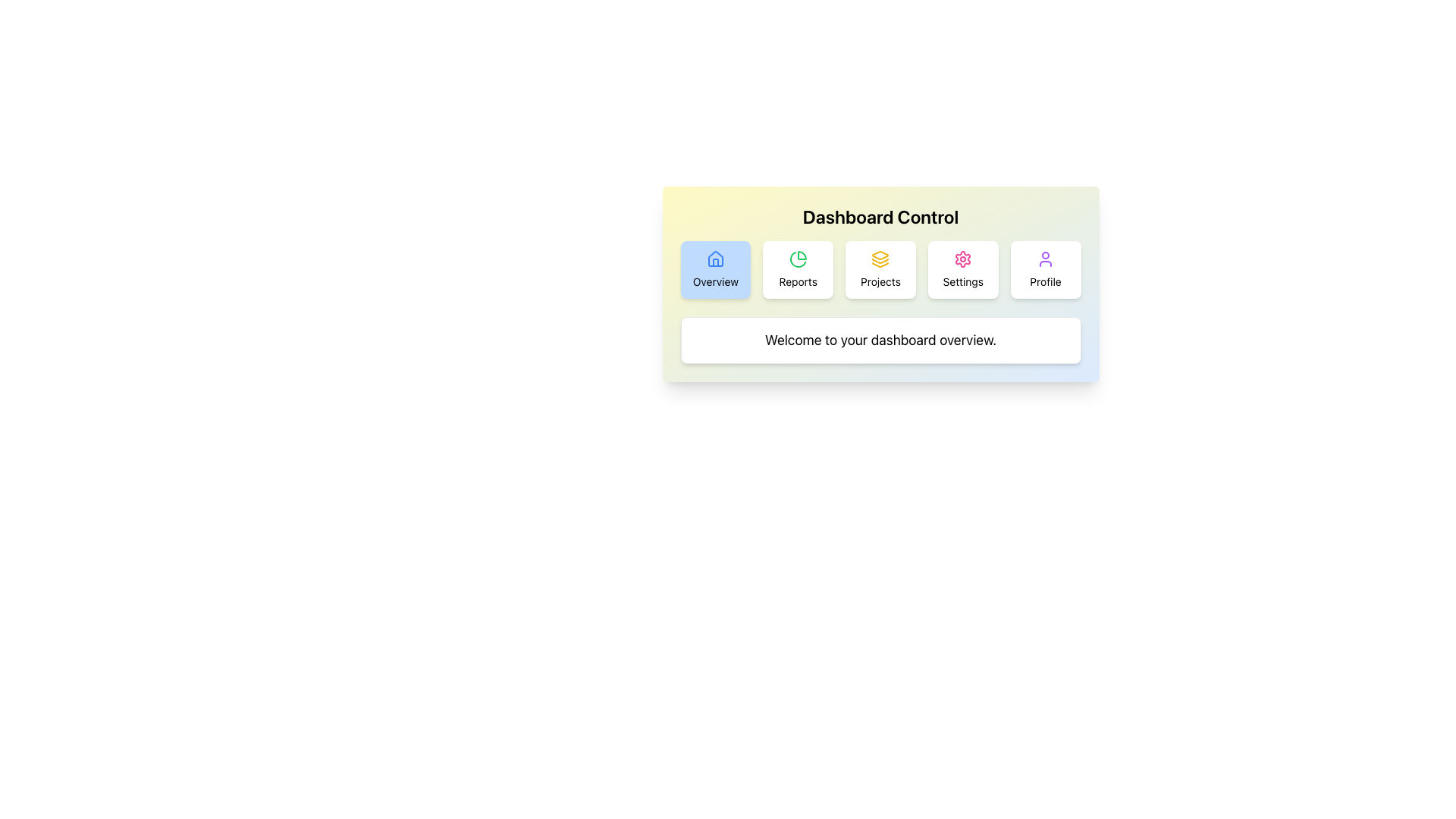  What do you see at coordinates (962, 268) in the screenshot?
I see `the Settings button, which features a pink gear icon and a label in black font, to observe potential hover effects` at bounding box center [962, 268].